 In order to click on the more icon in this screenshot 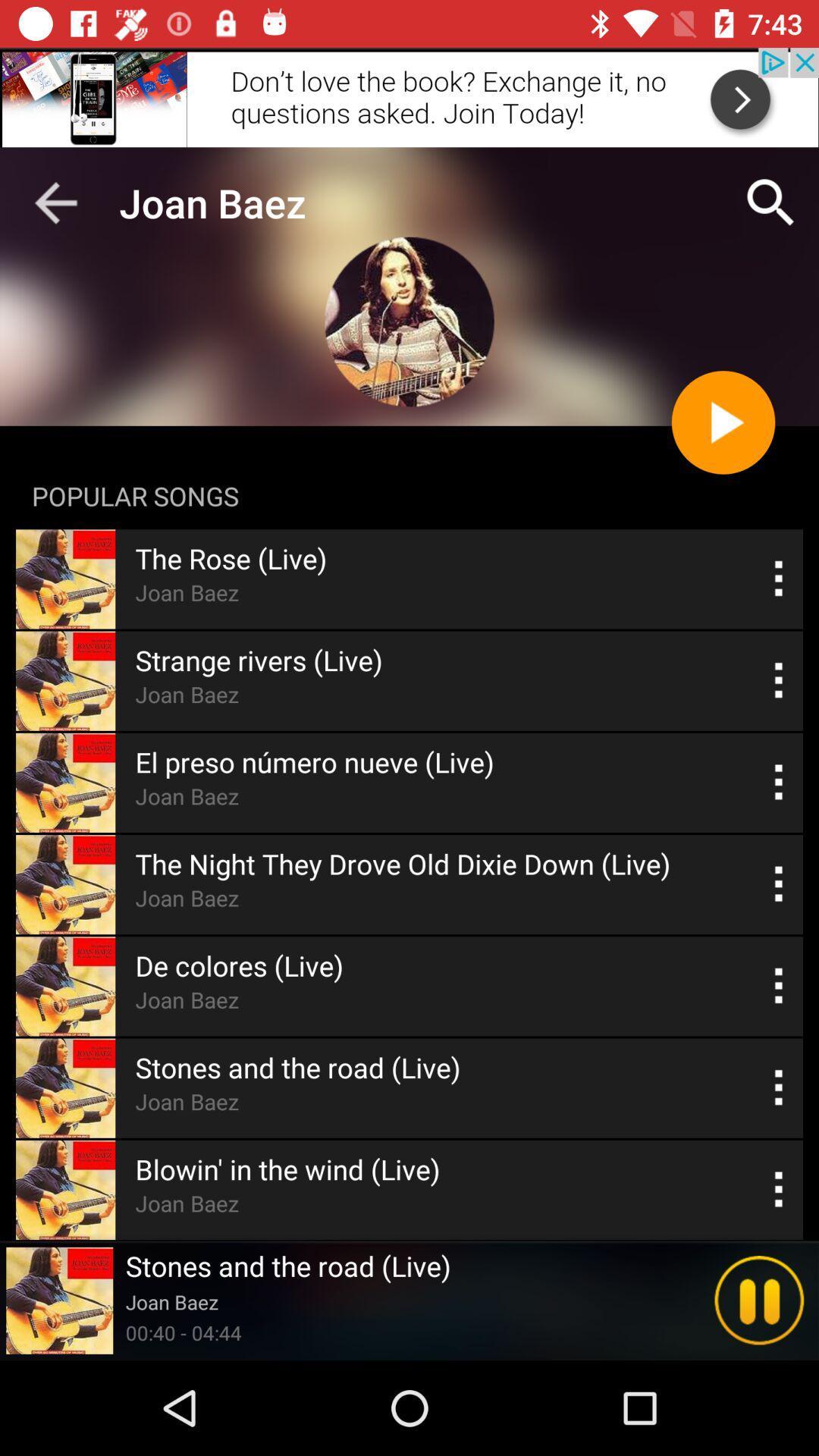, I will do `click(779, 1087)`.